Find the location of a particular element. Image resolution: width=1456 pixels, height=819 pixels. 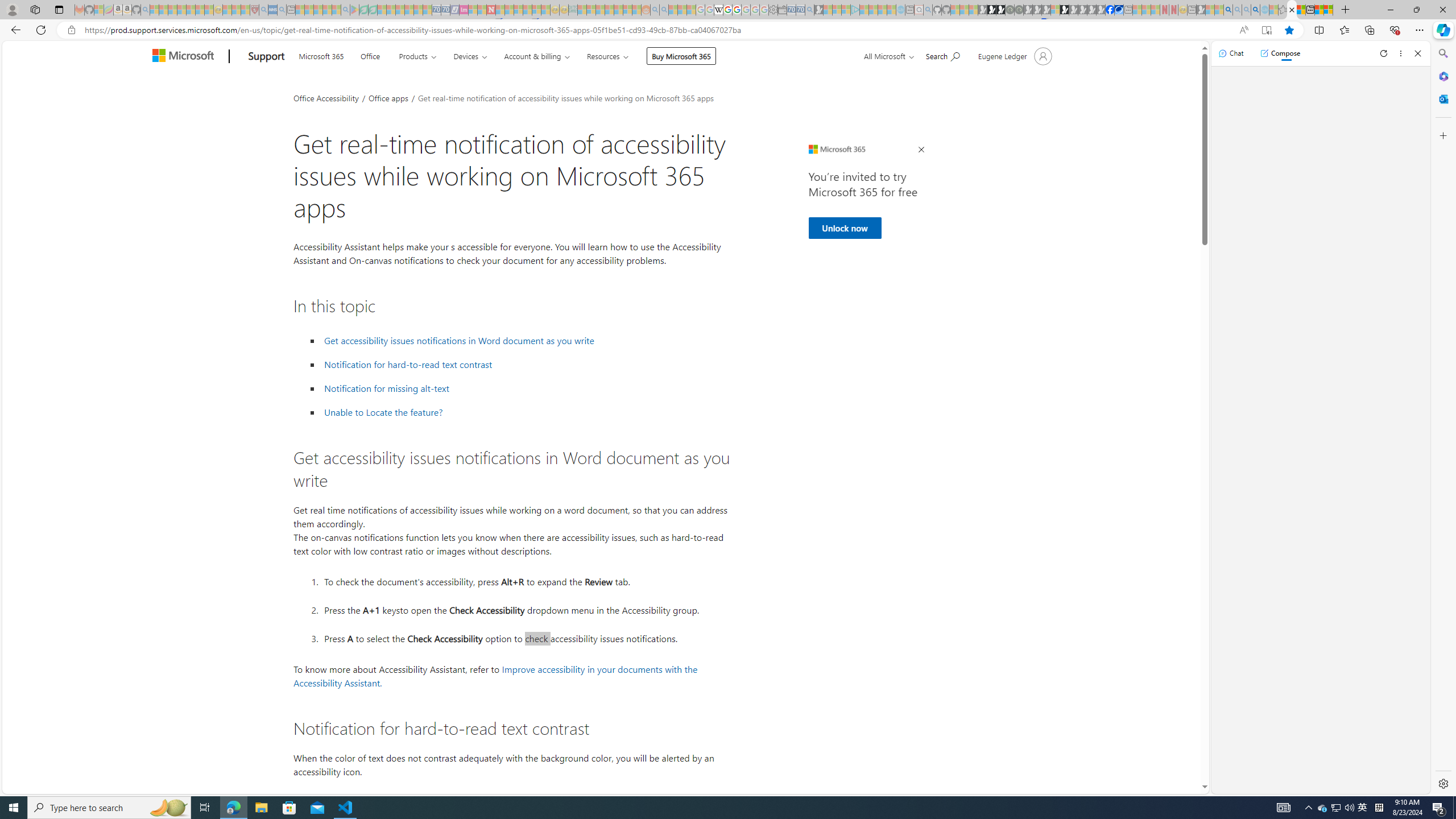

'Compose' is located at coordinates (1280, 52).